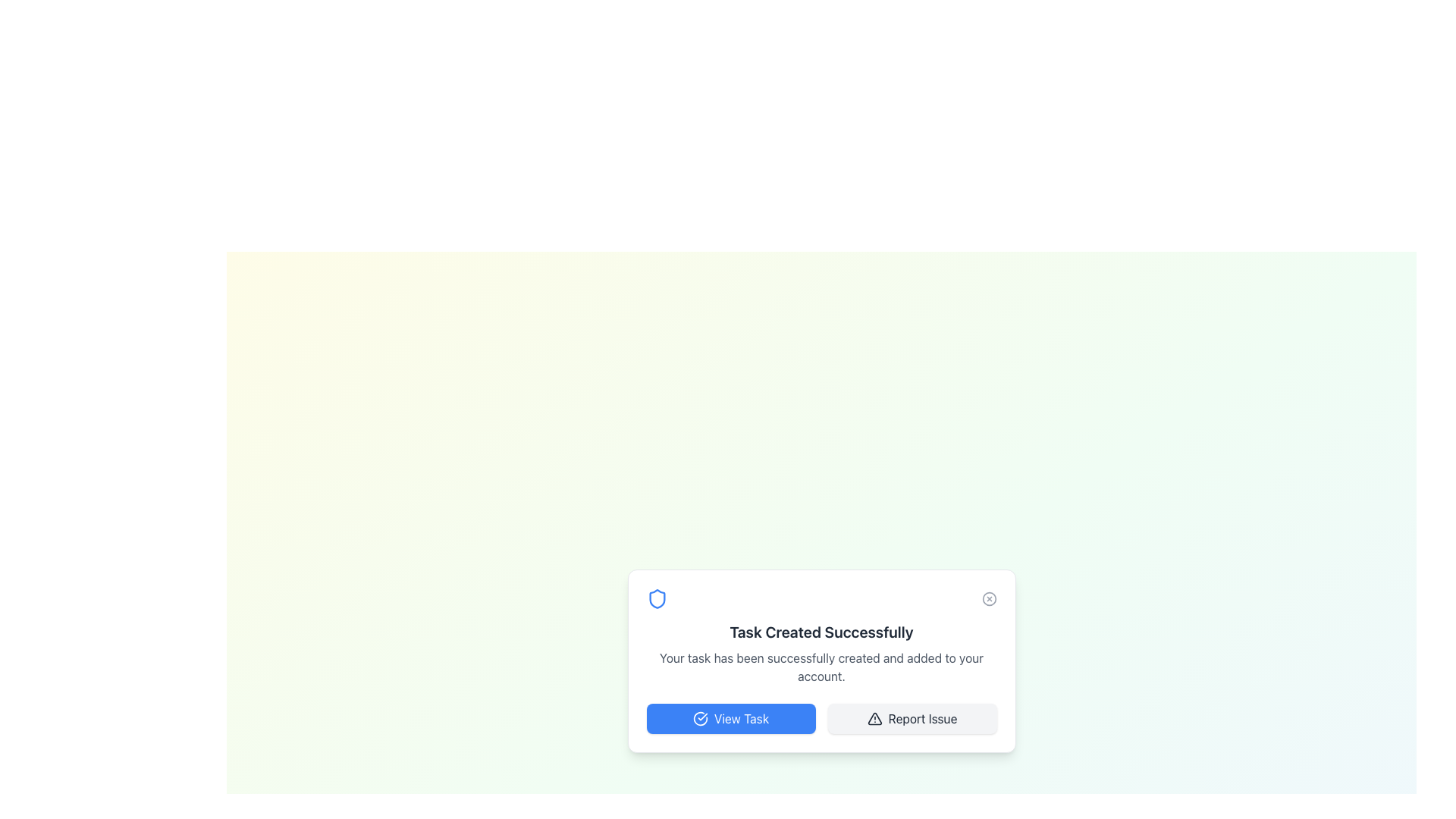 Image resolution: width=1456 pixels, height=819 pixels. I want to click on the circular button with a cross icon located at the top-right corner of the card containing the message 'Task Created Successfully', so click(989, 598).